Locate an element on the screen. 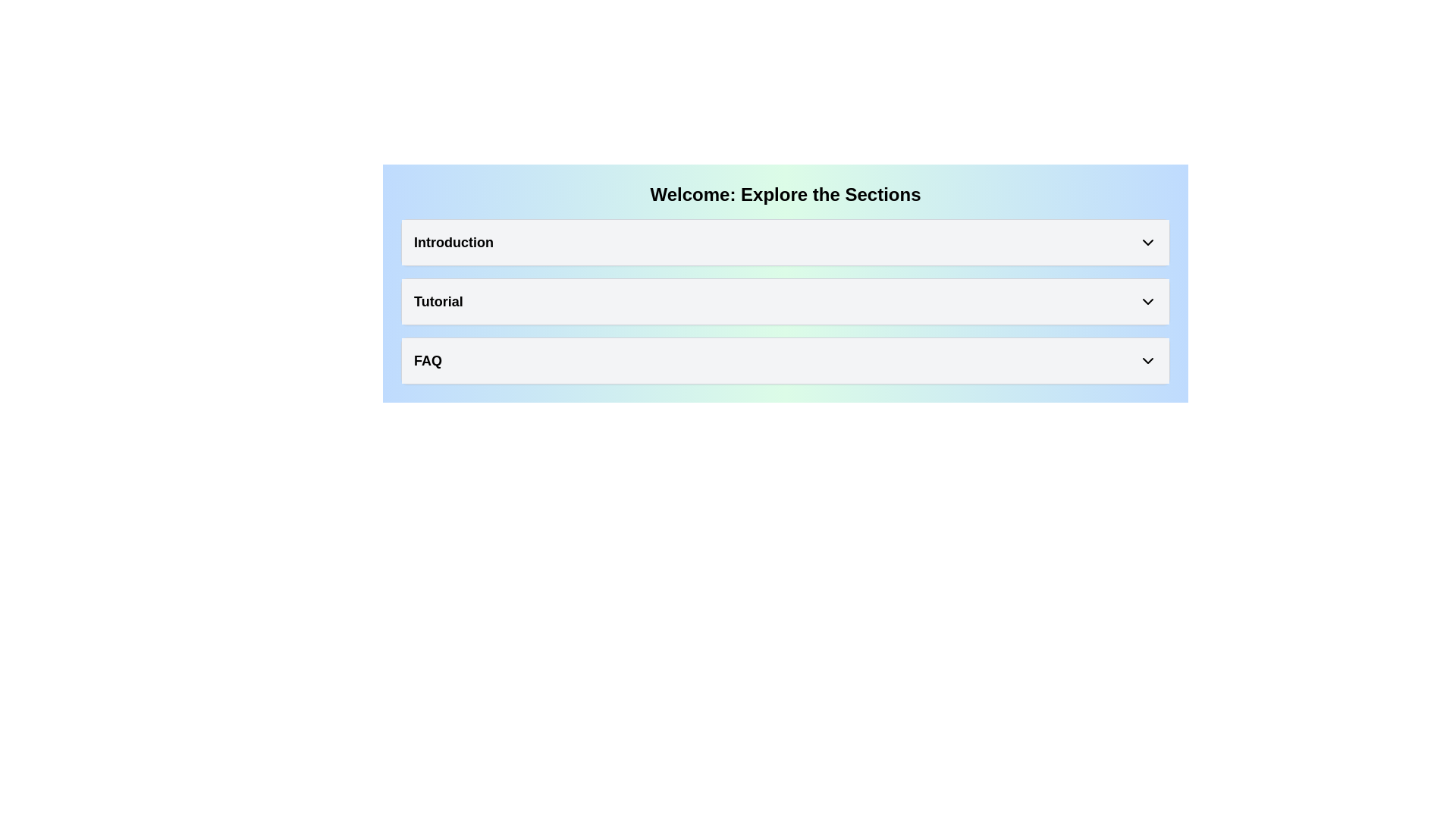 The width and height of the screenshot is (1456, 819). the 'Tutorial' static text label located in the second row of the vertical list, positioned between 'Introduction' and 'FAQ' is located at coordinates (438, 301).